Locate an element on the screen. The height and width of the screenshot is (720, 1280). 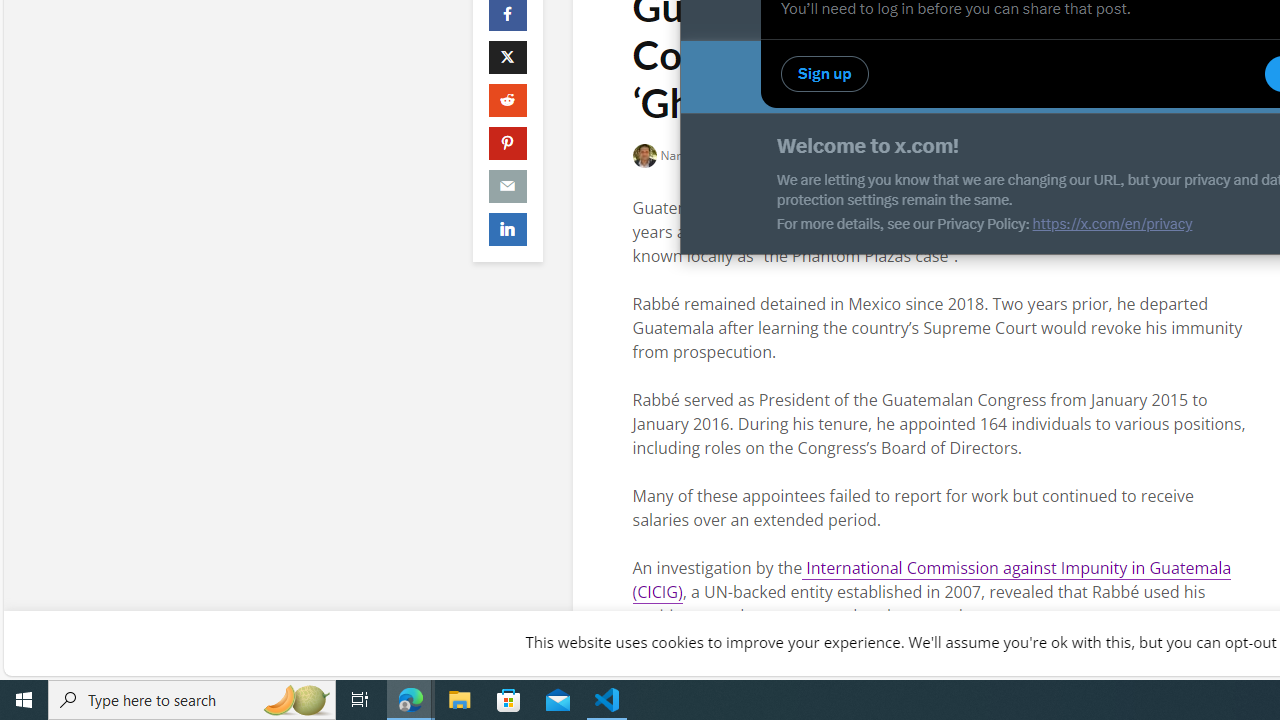
'Microsoft Edge - 2 running windows' is located at coordinates (410, 698).